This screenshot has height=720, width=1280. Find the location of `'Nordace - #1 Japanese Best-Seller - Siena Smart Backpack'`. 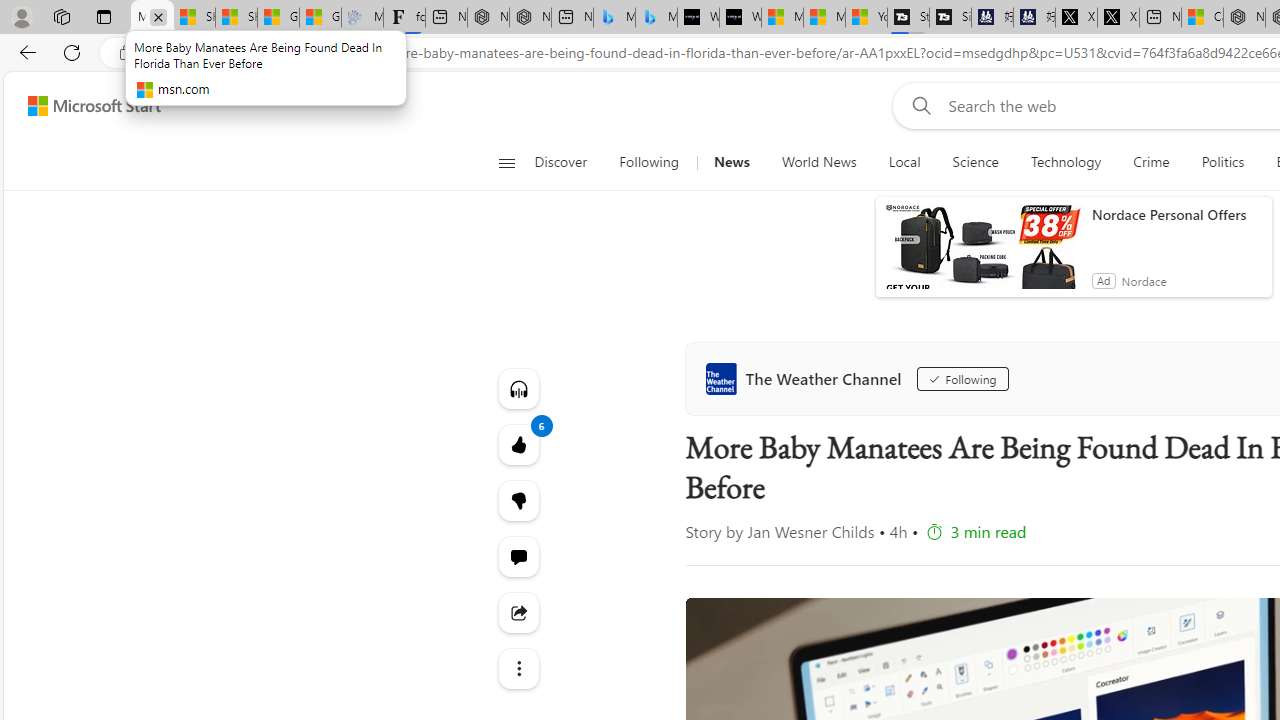

'Nordace - #1 Japanese Best-Seller - Siena Smart Backpack' is located at coordinates (530, 17).